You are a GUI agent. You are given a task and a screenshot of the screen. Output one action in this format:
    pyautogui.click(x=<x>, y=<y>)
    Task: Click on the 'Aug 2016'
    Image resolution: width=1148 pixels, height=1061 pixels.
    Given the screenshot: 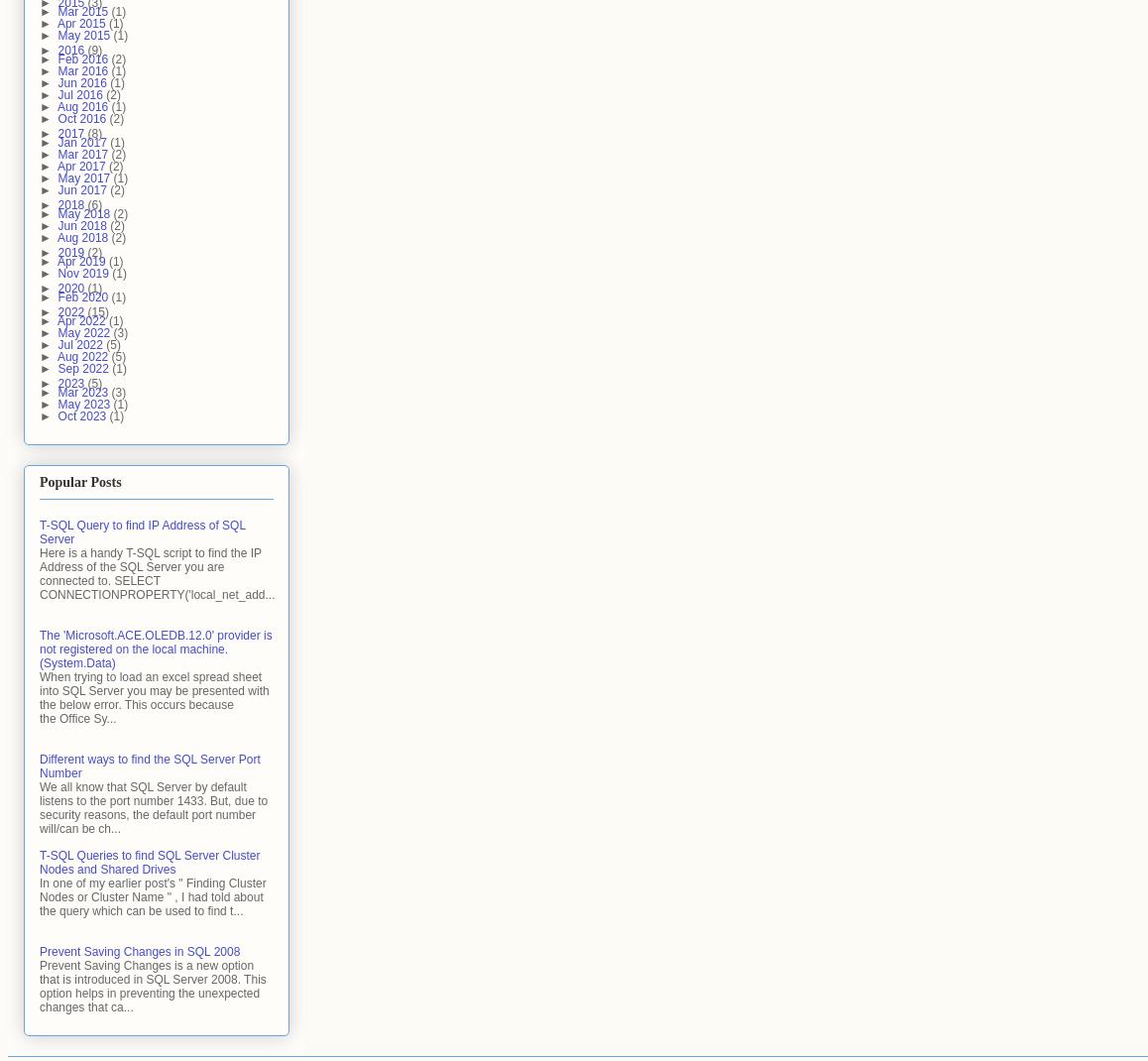 What is the action you would take?
    pyautogui.click(x=83, y=106)
    